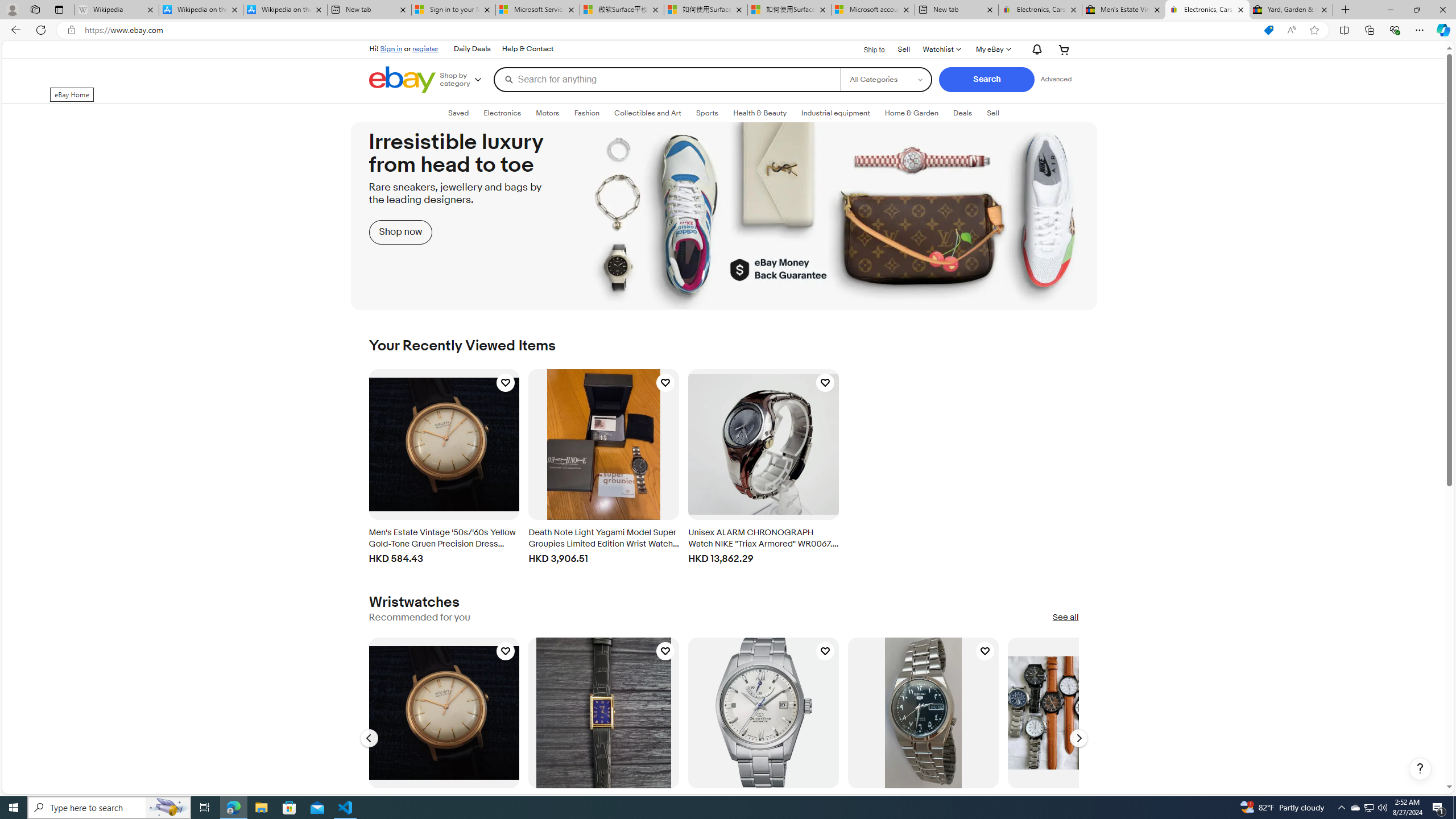 This screenshot has height=819, width=1456. I want to click on 'ElectronicsExpand: Electronics', so click(502, 113).